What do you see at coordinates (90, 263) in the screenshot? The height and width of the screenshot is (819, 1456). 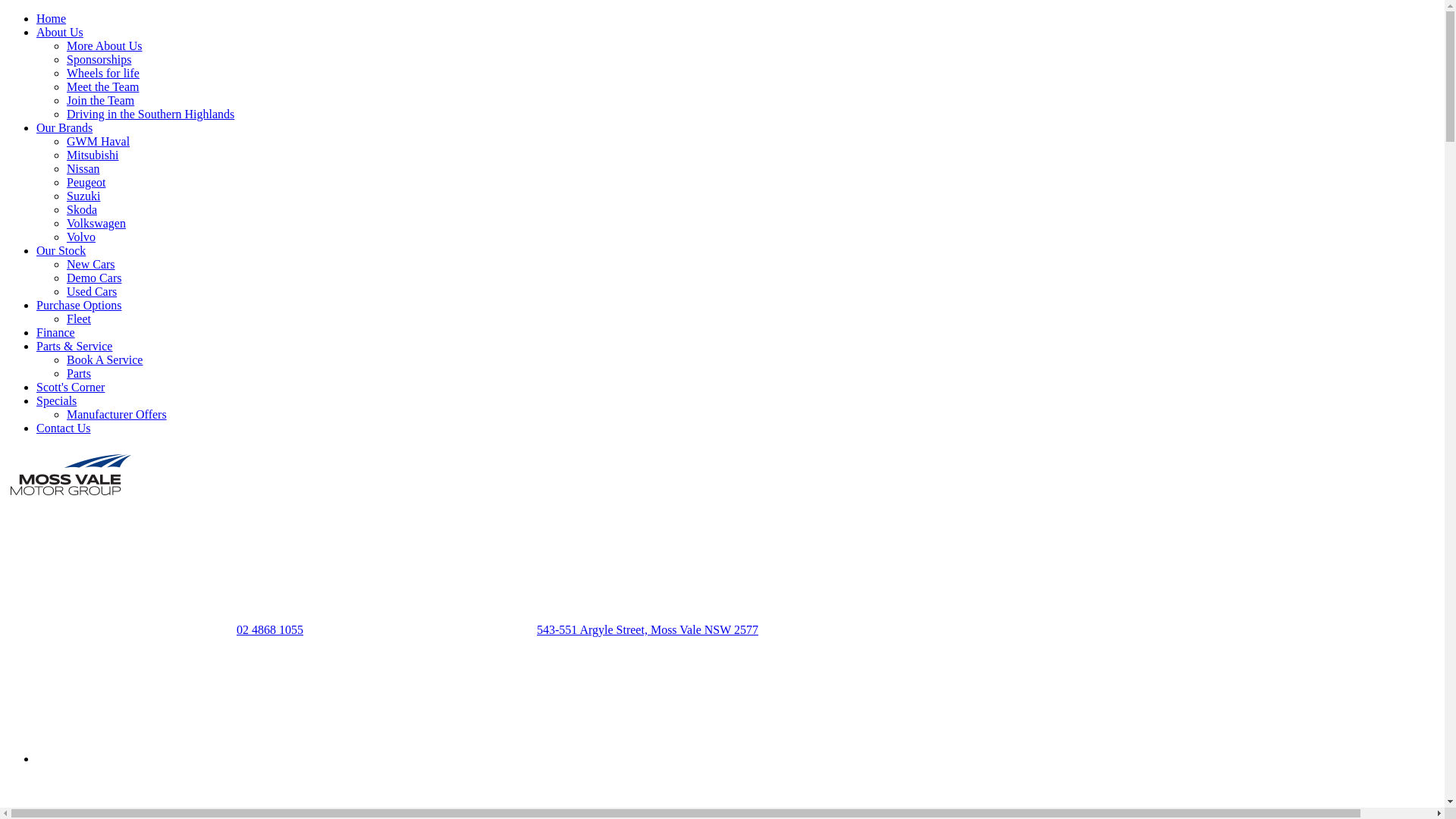 I see `'New Cars'` at bounding box center [90, 263].